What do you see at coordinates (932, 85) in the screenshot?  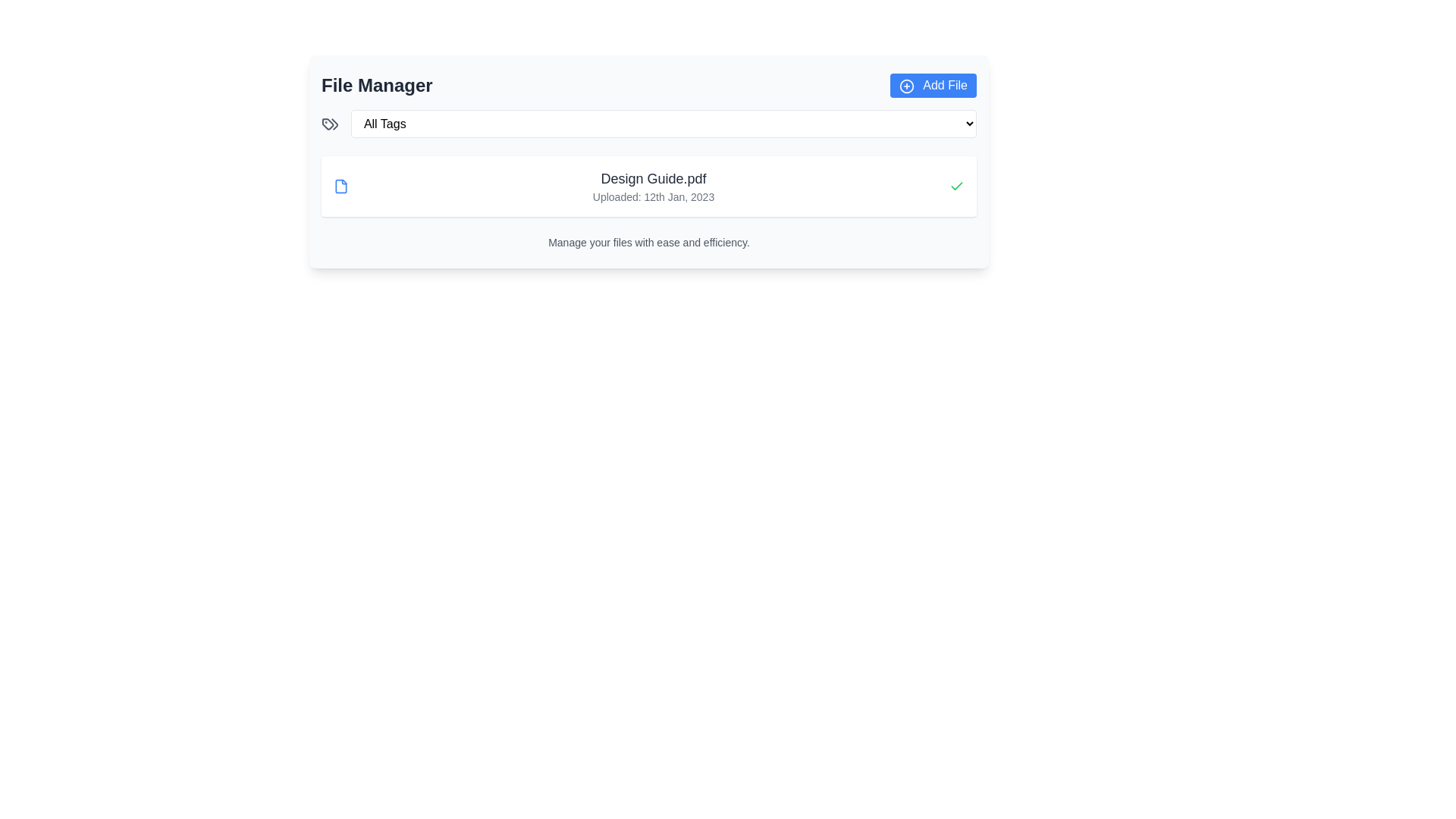 I see `the 'Add File' button, which has a blue background and white text with a plus icon, located in the upper-right corner of the File Manager header` at bounding box center [932, 85].